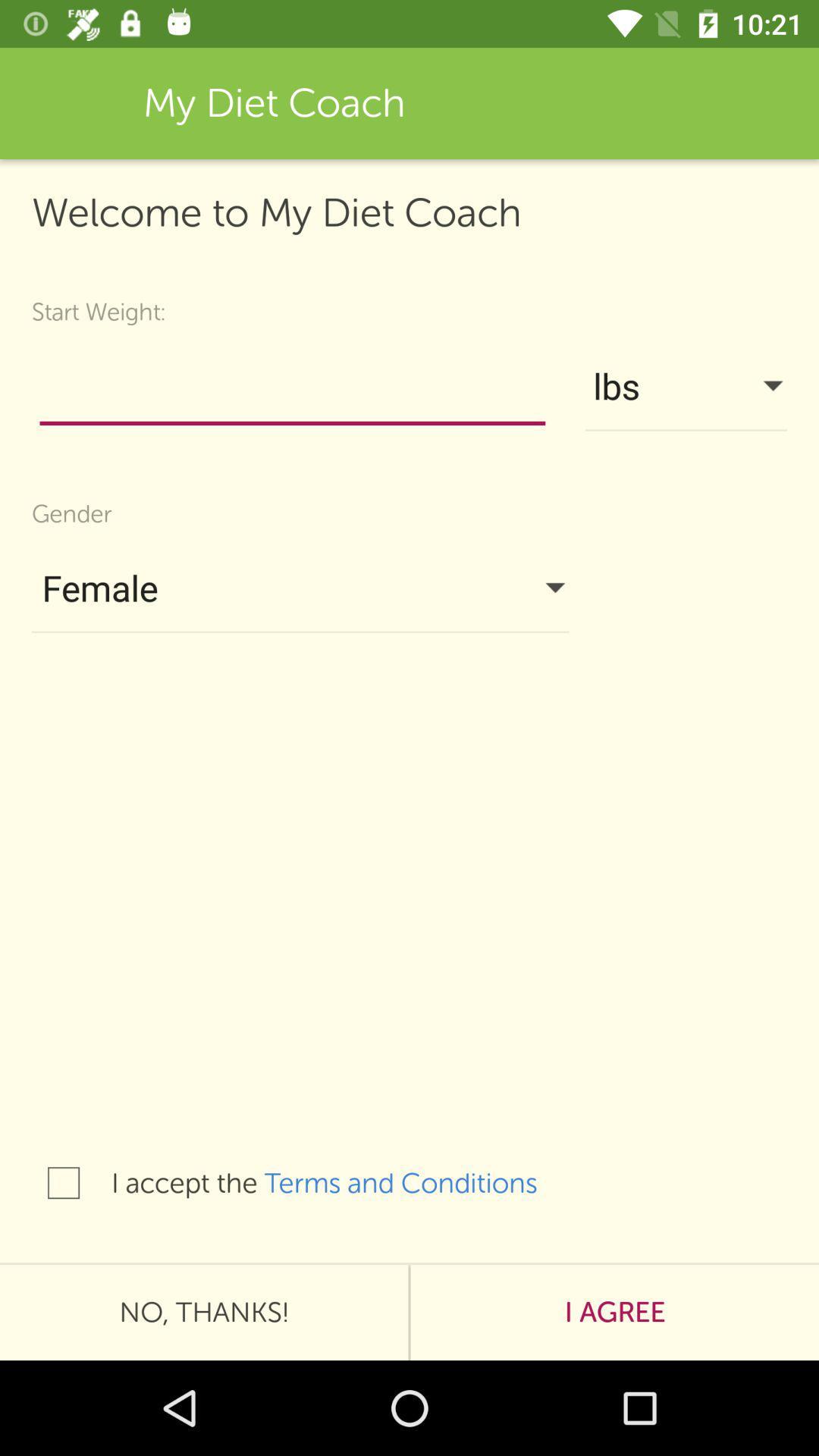 The width and height of the screenshot is (819, 1456). Describe the element at coordinates (416, 1182) in the screenshot. I see `icon to the right of i accept the  item` at that location.